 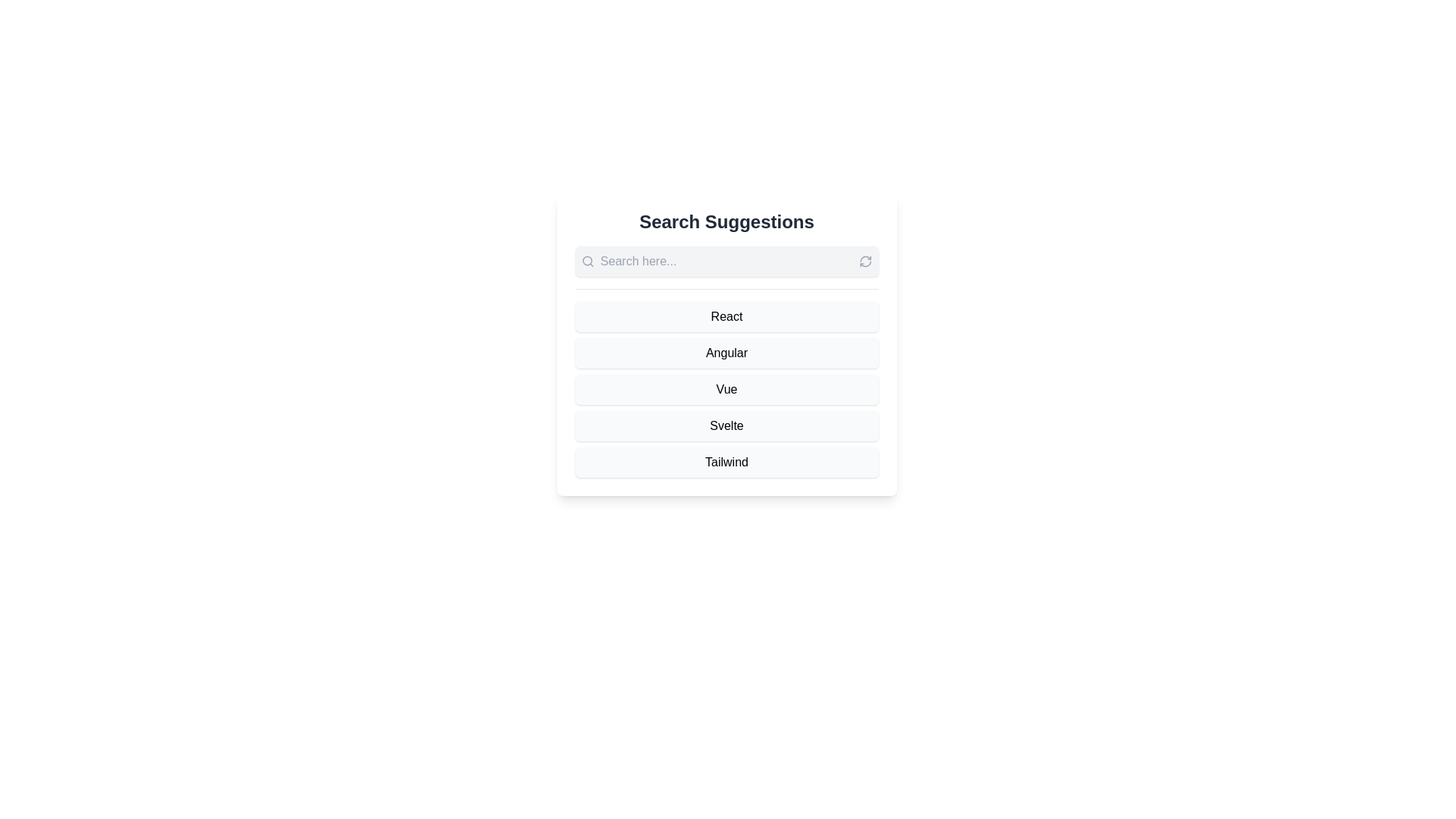 I want to click on the 'Tailwind' button, which is the fifth button in the 'Search Suggestions' list with a light gray background and rounded corners, so click(x=726, y=461).